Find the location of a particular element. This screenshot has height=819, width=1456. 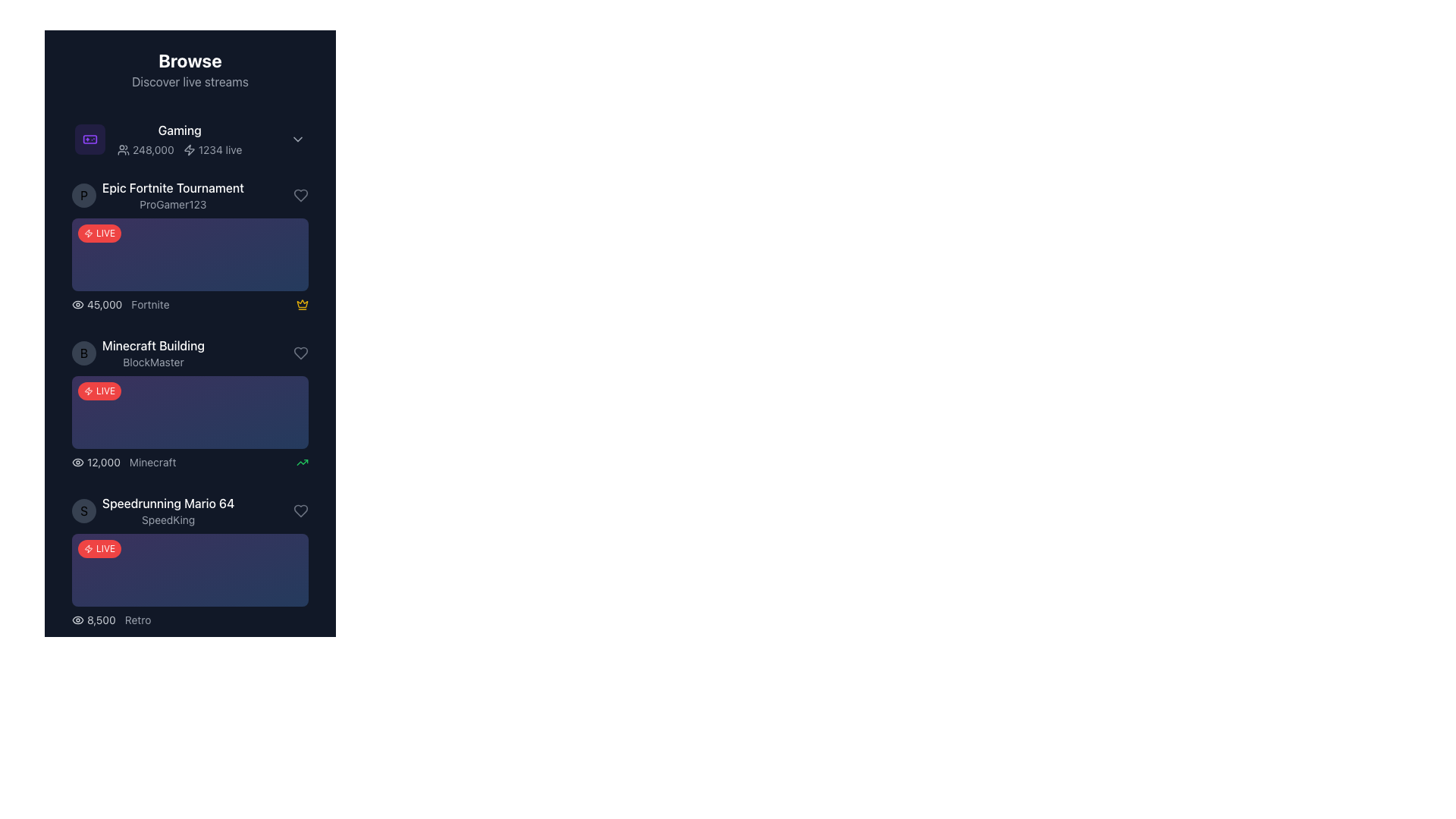

the live broadcast badge located at the top-left corner of the card, indicating that the content is currently being broadcasted live is located at coordinates (99, 549).